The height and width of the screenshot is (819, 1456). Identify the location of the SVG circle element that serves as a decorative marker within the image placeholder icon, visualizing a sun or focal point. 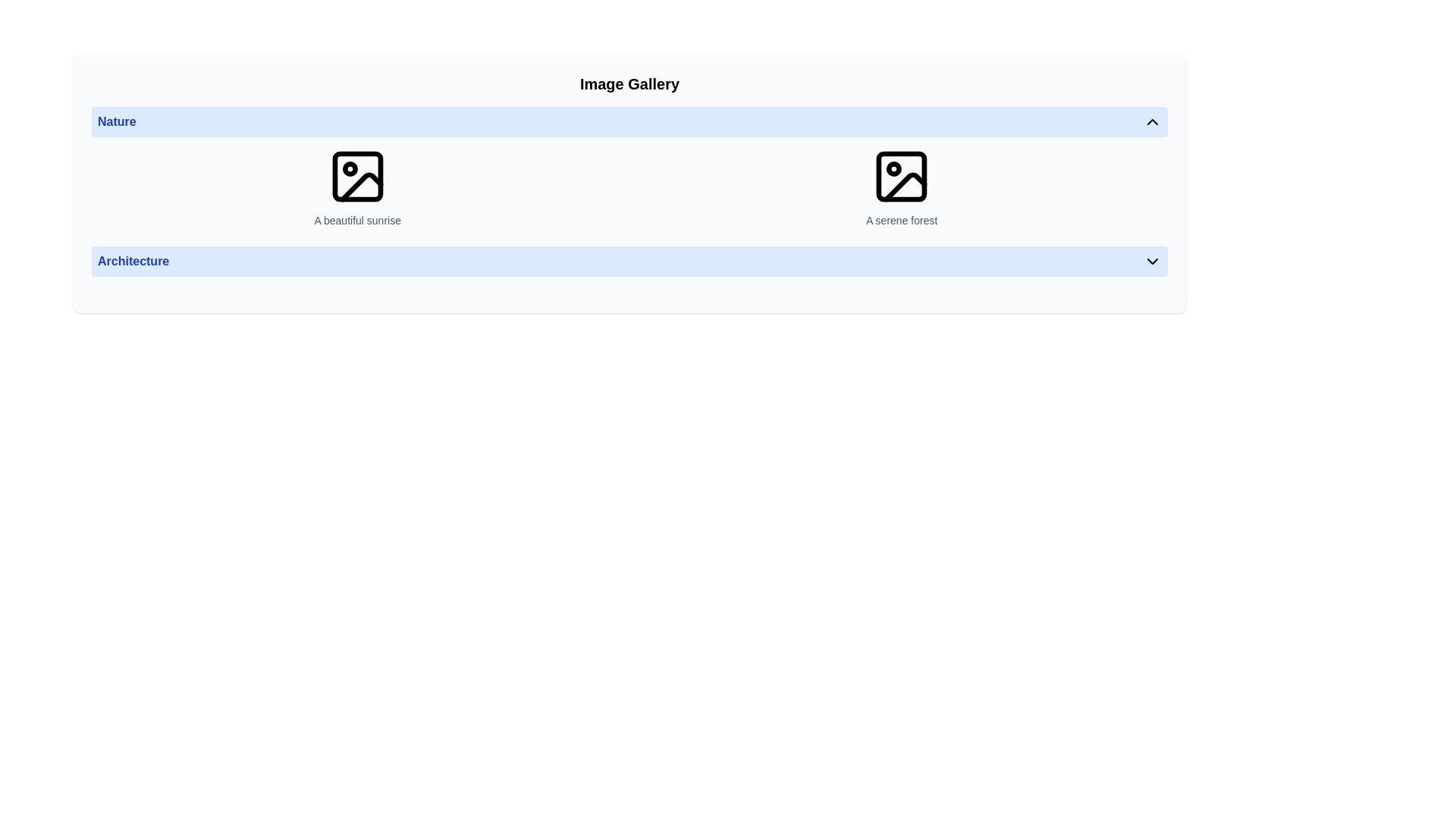
(894, 169).